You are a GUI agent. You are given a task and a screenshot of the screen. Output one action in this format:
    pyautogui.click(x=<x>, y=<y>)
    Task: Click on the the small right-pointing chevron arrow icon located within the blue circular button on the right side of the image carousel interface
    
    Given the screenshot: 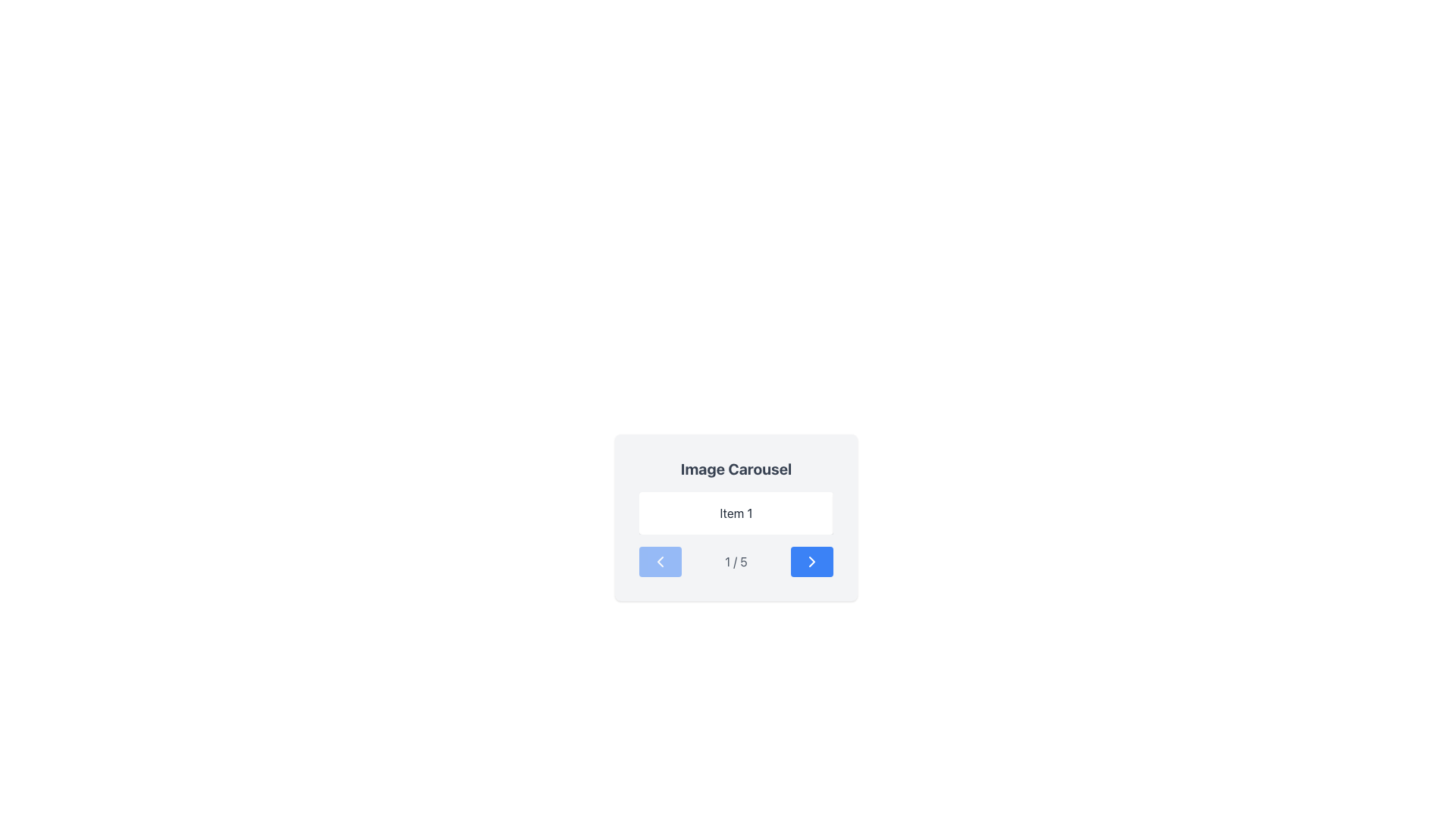 What is the action you would take?
    pyautogui.click(x=811, y=561)
    